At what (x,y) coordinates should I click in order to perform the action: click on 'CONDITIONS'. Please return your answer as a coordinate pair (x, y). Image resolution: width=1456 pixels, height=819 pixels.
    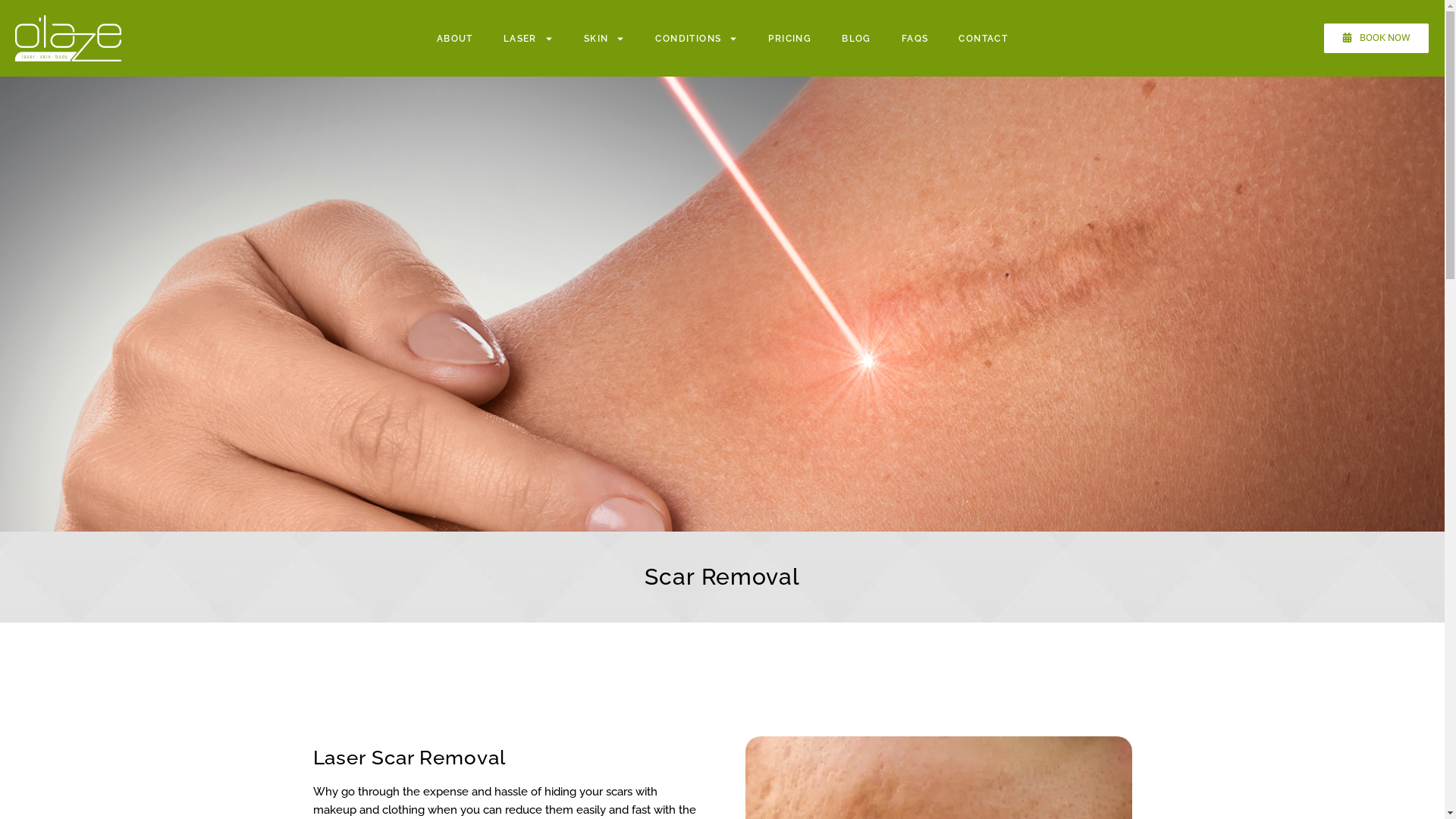
    Looking at the image, I should click on (695, 37).